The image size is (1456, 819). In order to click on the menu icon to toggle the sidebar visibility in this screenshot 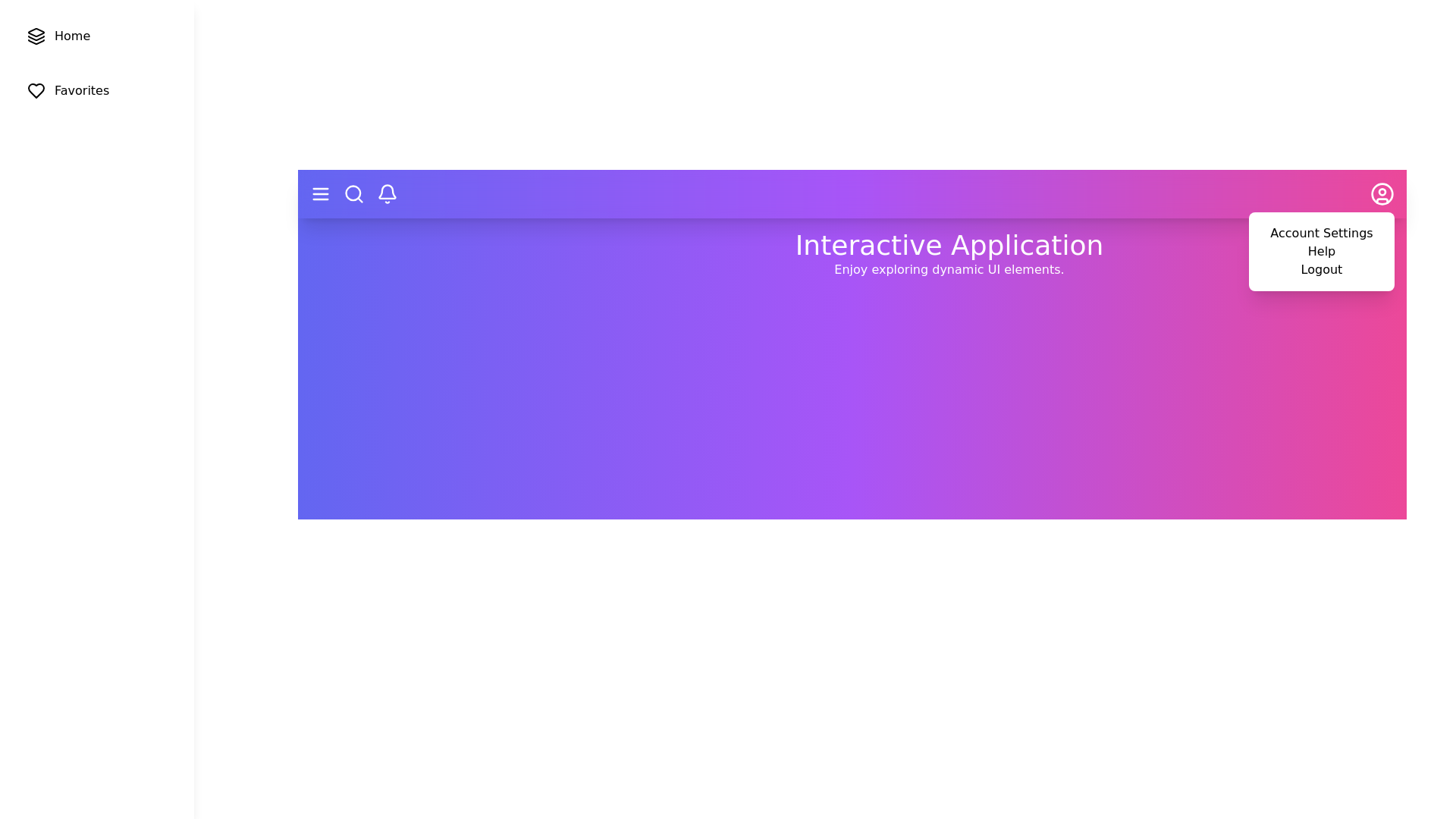, I will do `click(319, 193)`.